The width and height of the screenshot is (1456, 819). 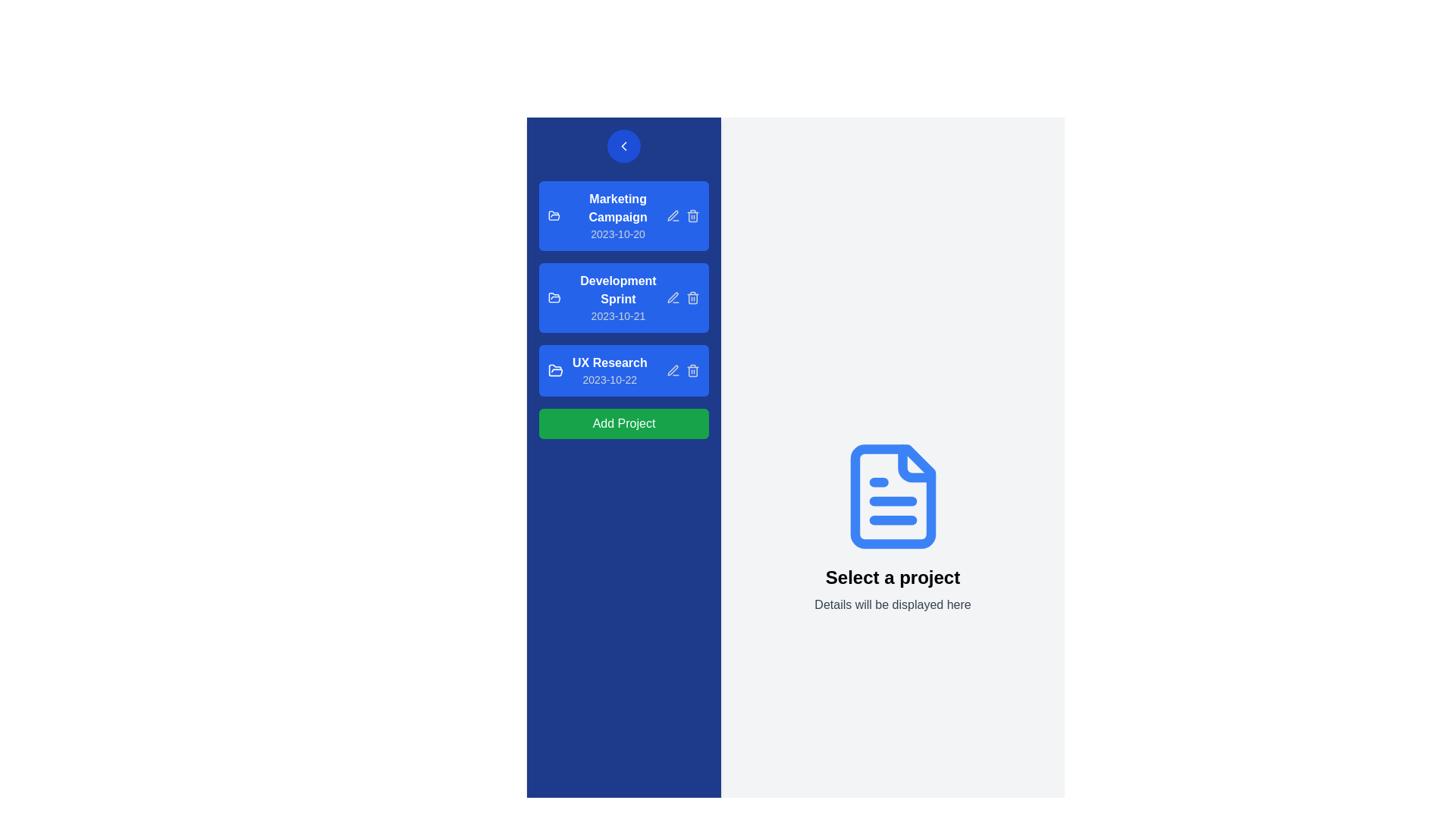 I want to click on the folder icon representing the 'Marketing Campaign' project in the left-side navigation panel, so click(x=554, y=215).